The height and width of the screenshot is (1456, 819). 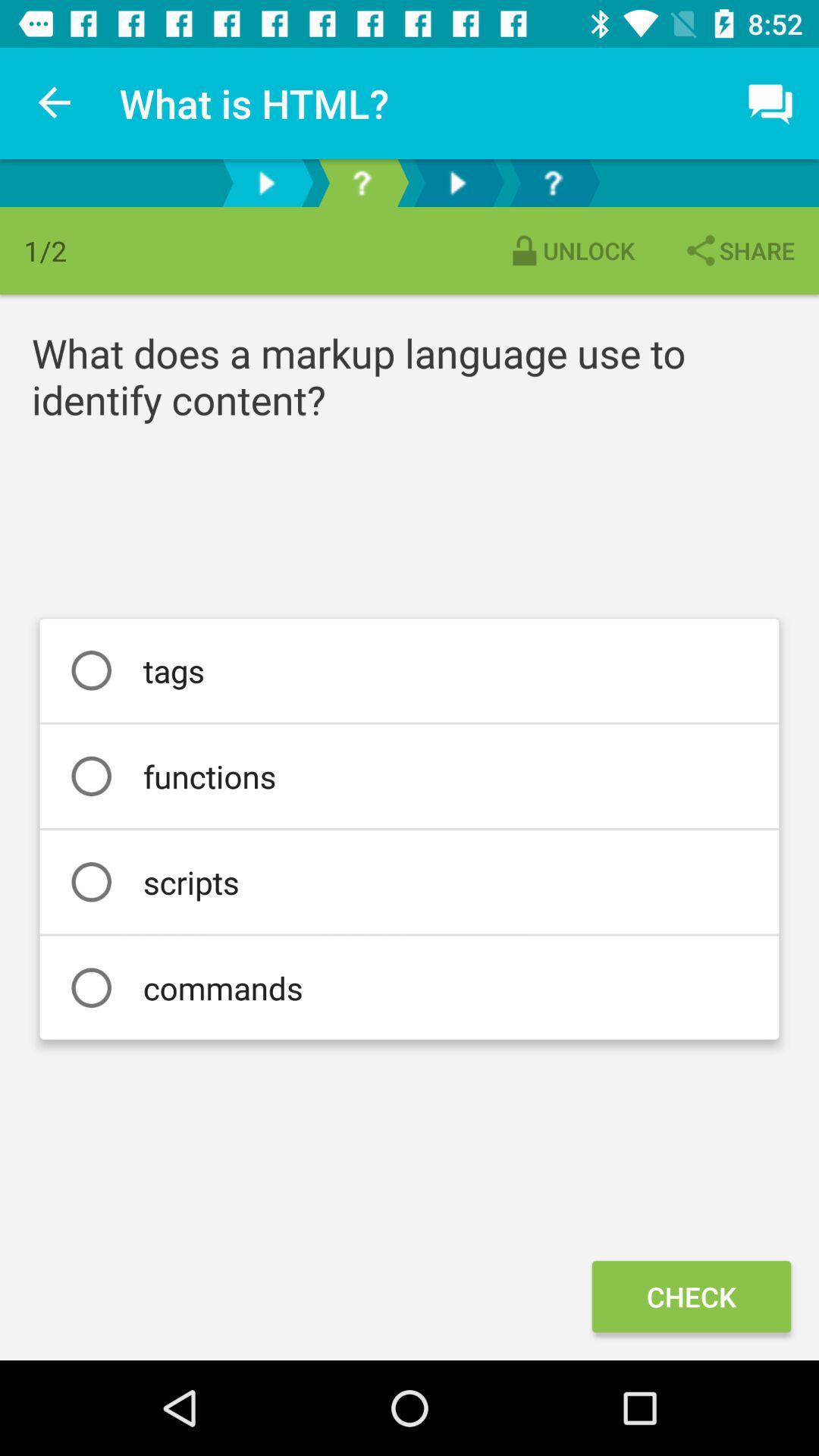 I want to click on the item above share icon, so click(x=771, y=102).